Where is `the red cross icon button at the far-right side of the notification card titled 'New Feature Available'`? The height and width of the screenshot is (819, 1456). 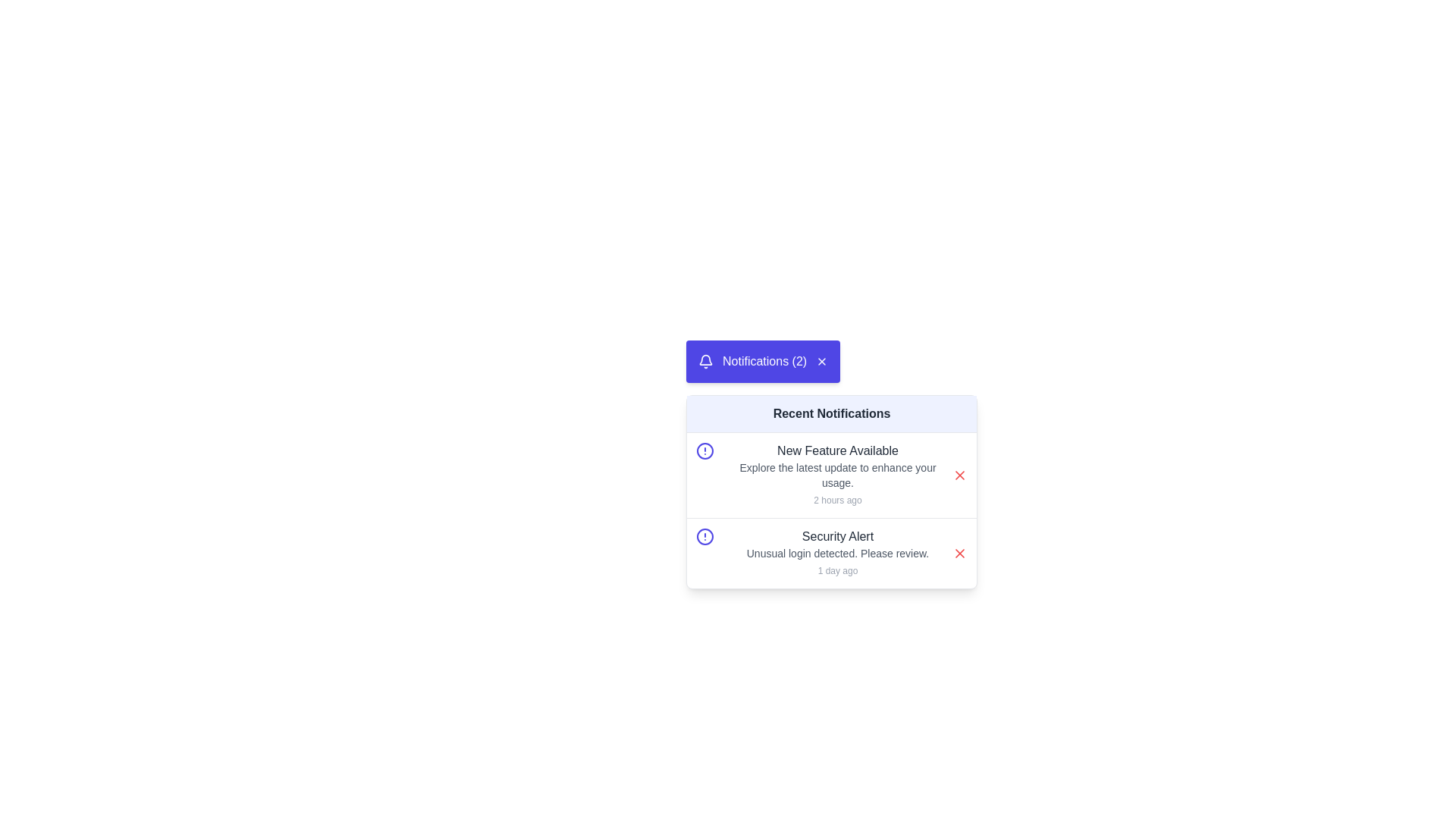
the red cross icon button at the far-right side of the notification card titled 'New Feature Available' is located at coordinates (959, 475).